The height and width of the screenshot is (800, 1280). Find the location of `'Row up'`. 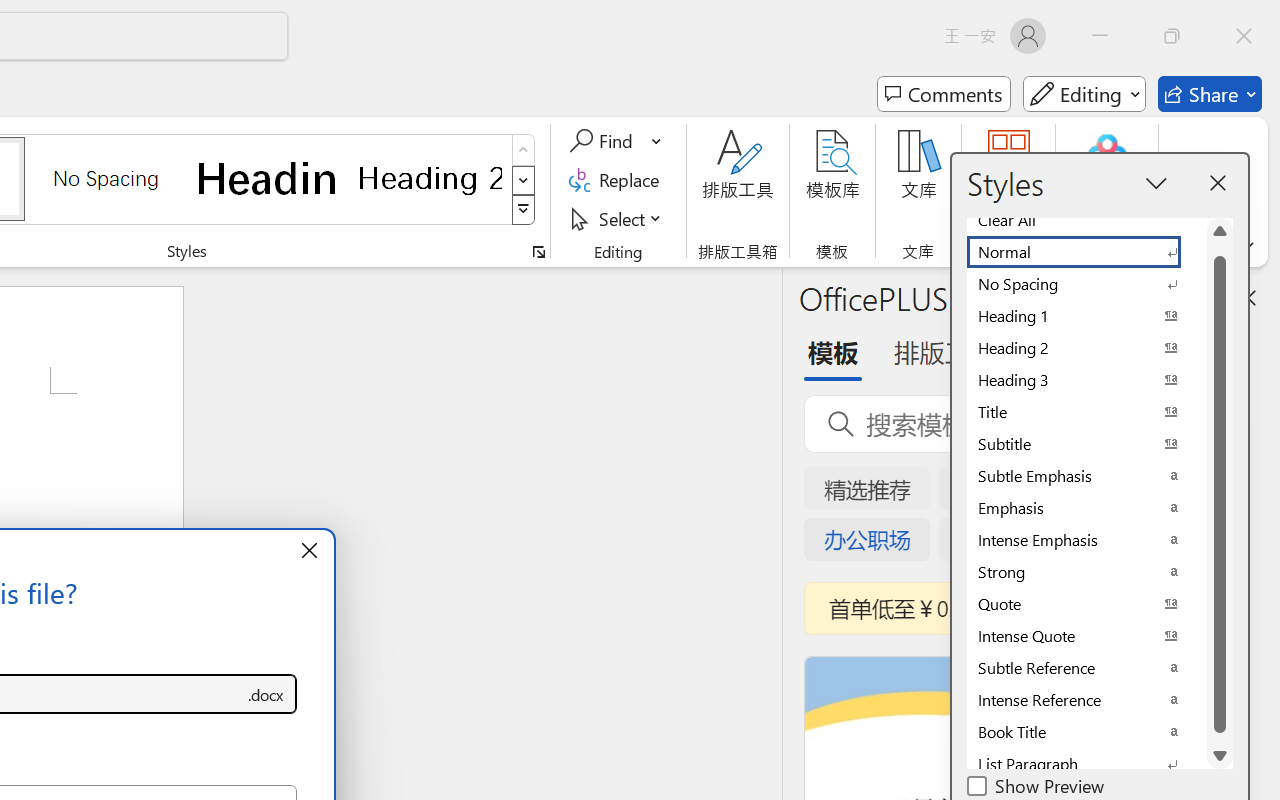

'Row up' is located at coordinates (523, 150).